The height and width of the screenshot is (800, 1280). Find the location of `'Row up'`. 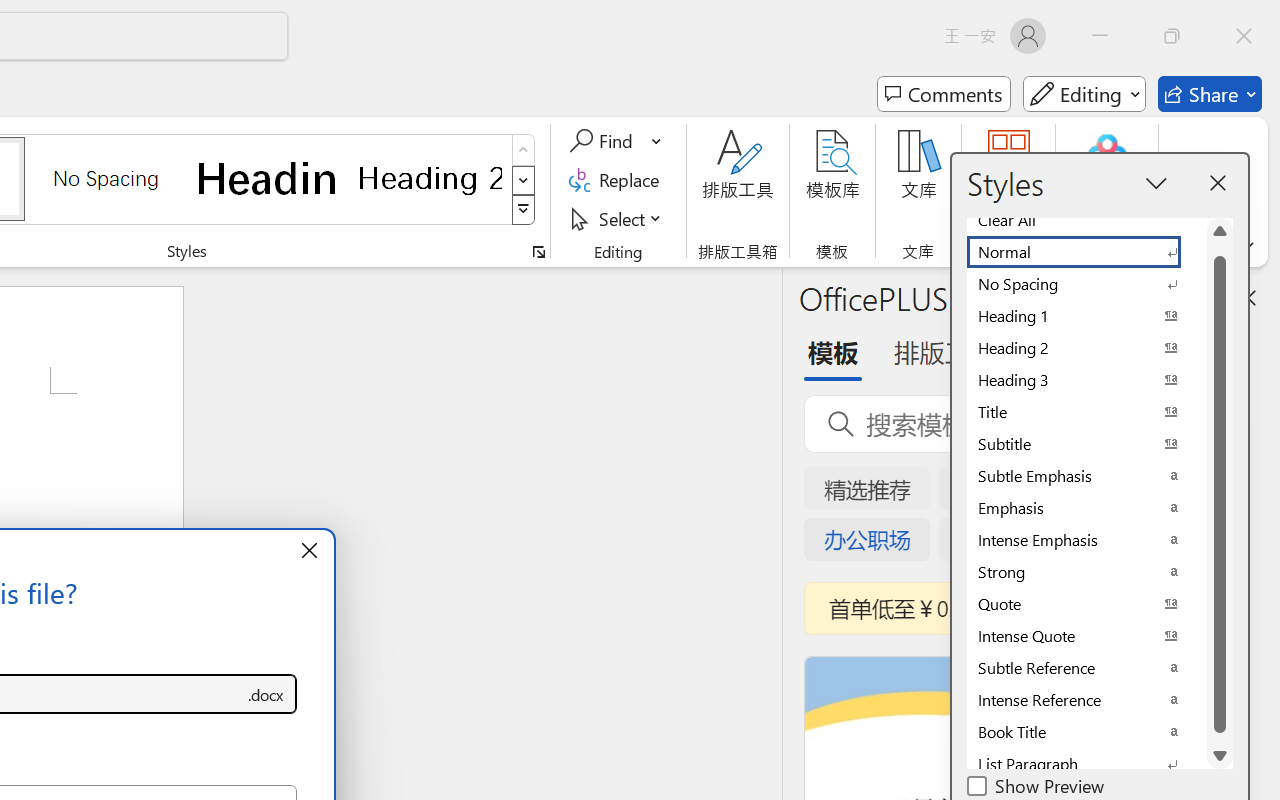

'Row up' is located at coordinates (523, 150).